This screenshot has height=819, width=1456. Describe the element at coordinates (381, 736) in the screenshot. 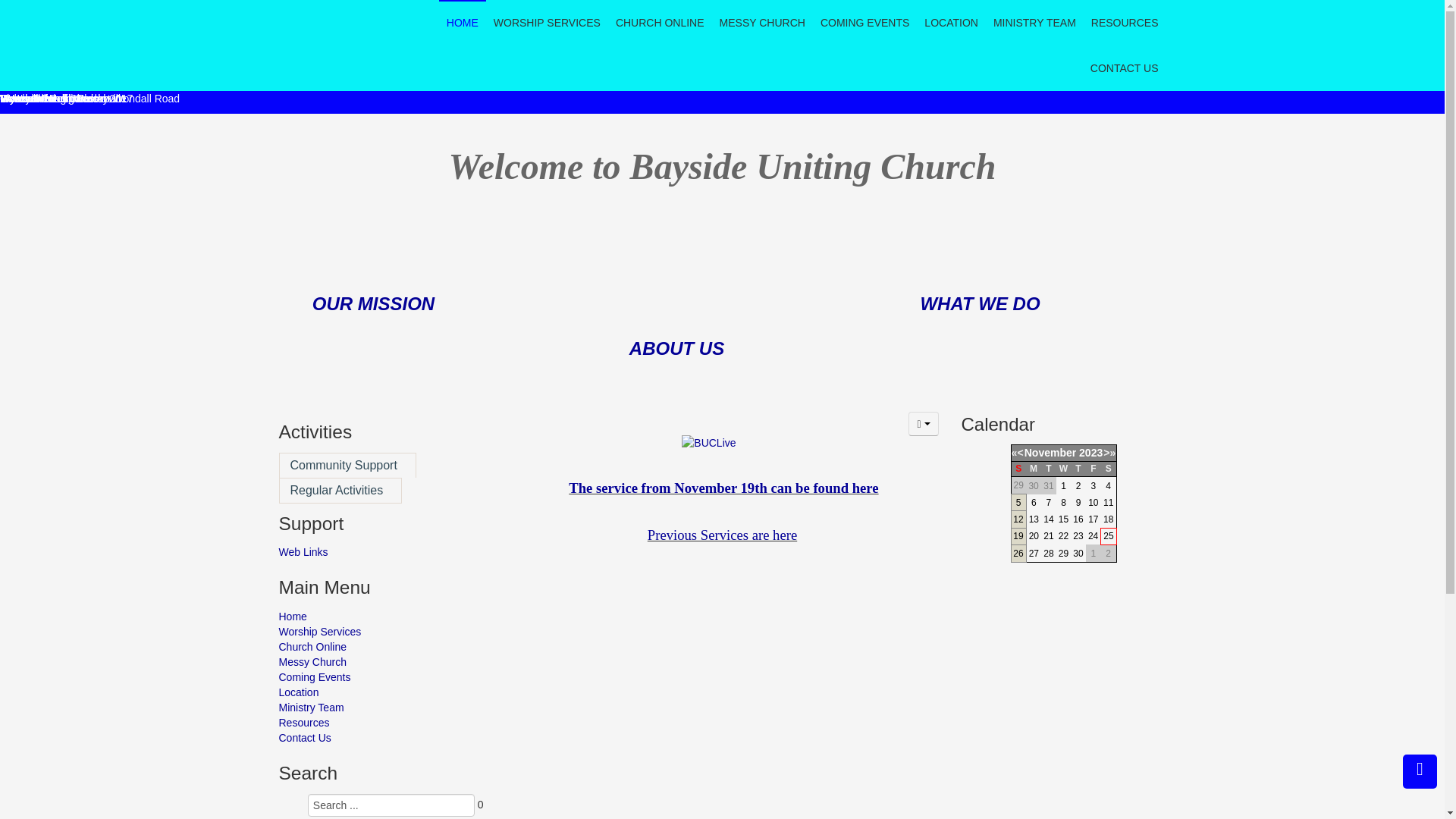

I see `'Contact Us'` at that location.